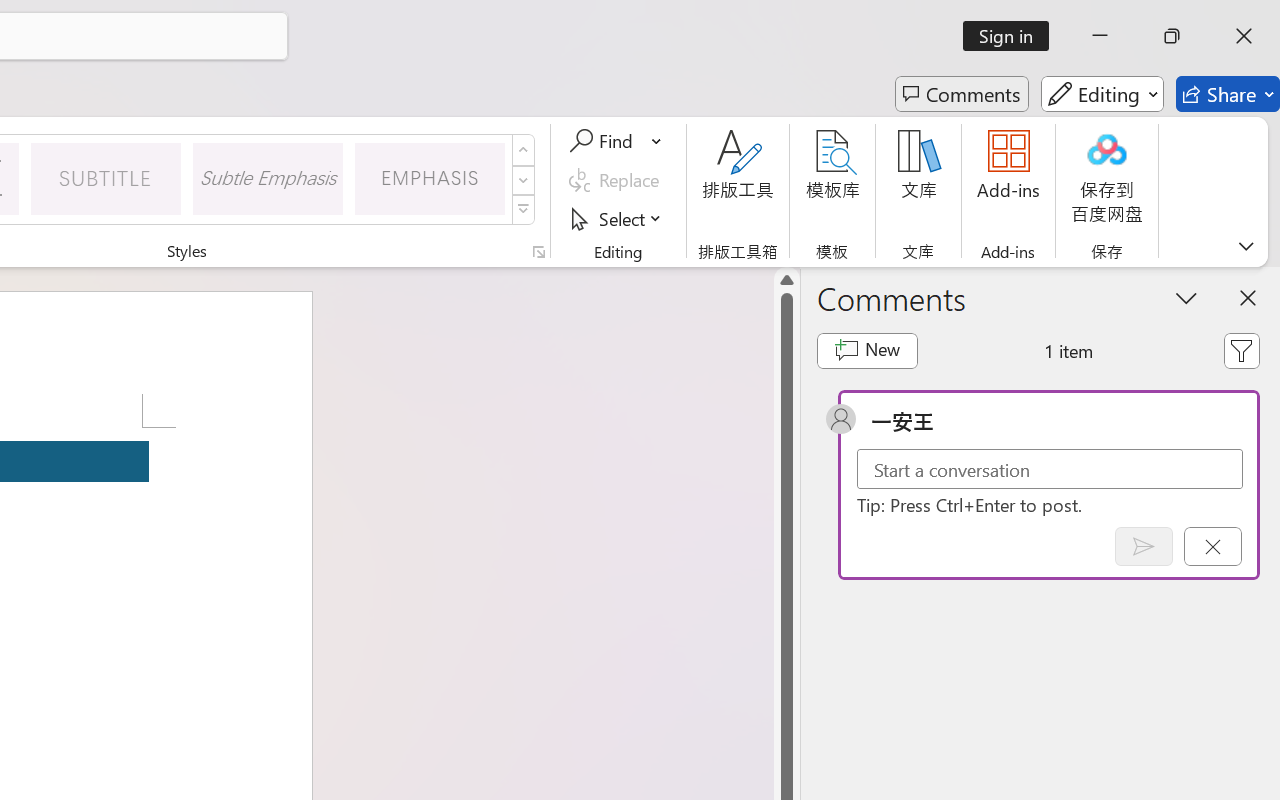  Describe the element at coordinates (1143, 546) in the screenshot. I see `'Post comment (Ctrl + Enter)'` at that location.